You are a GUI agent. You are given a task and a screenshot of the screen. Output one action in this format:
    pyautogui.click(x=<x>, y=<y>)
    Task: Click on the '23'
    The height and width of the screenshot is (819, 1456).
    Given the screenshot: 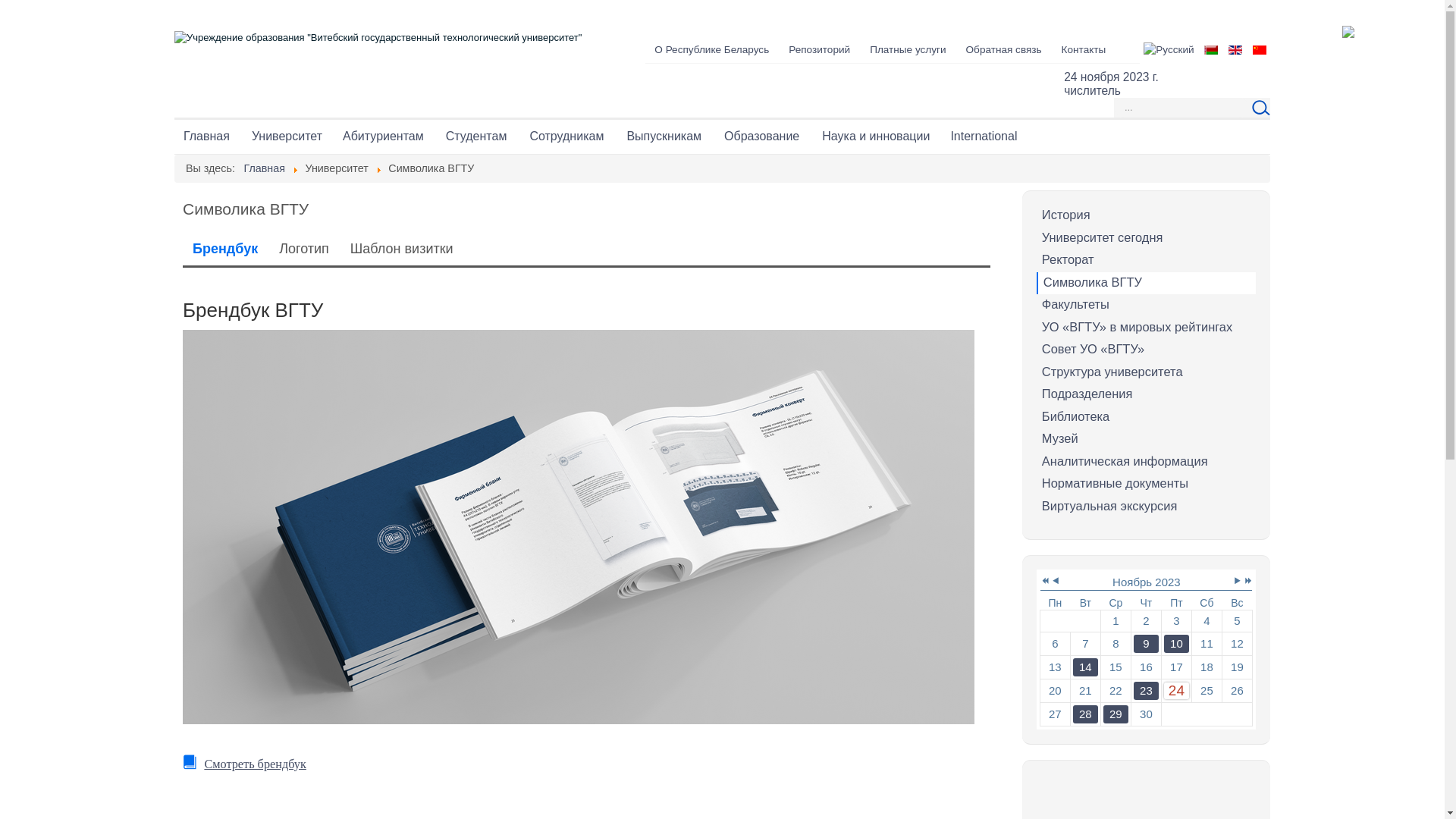 What is the action you would take?
    pyautogui.click(x=1134, y=690)
    